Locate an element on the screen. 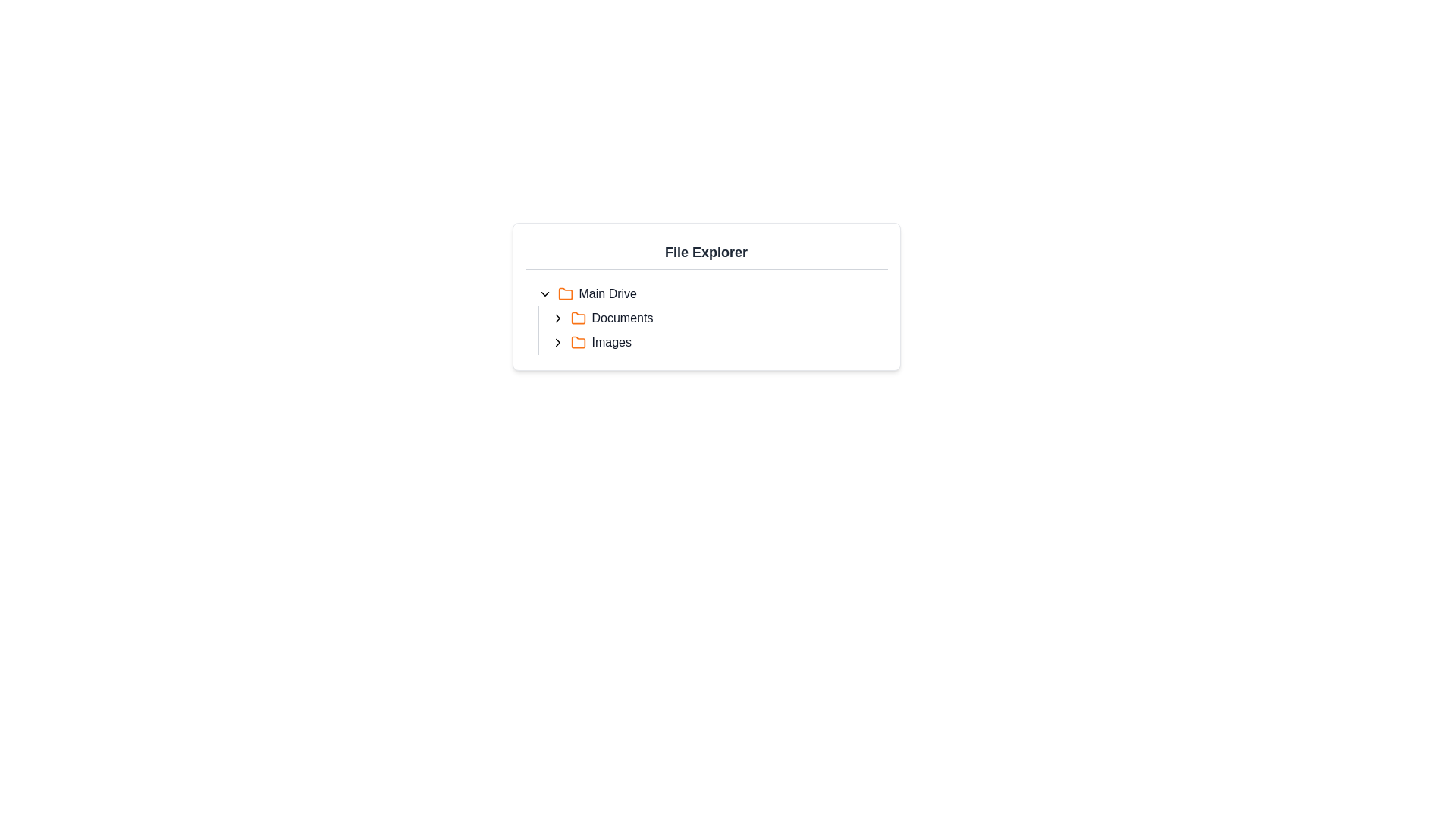 This screenshot has width=1456, height=819. the second item is located at coordinates (718, 318).